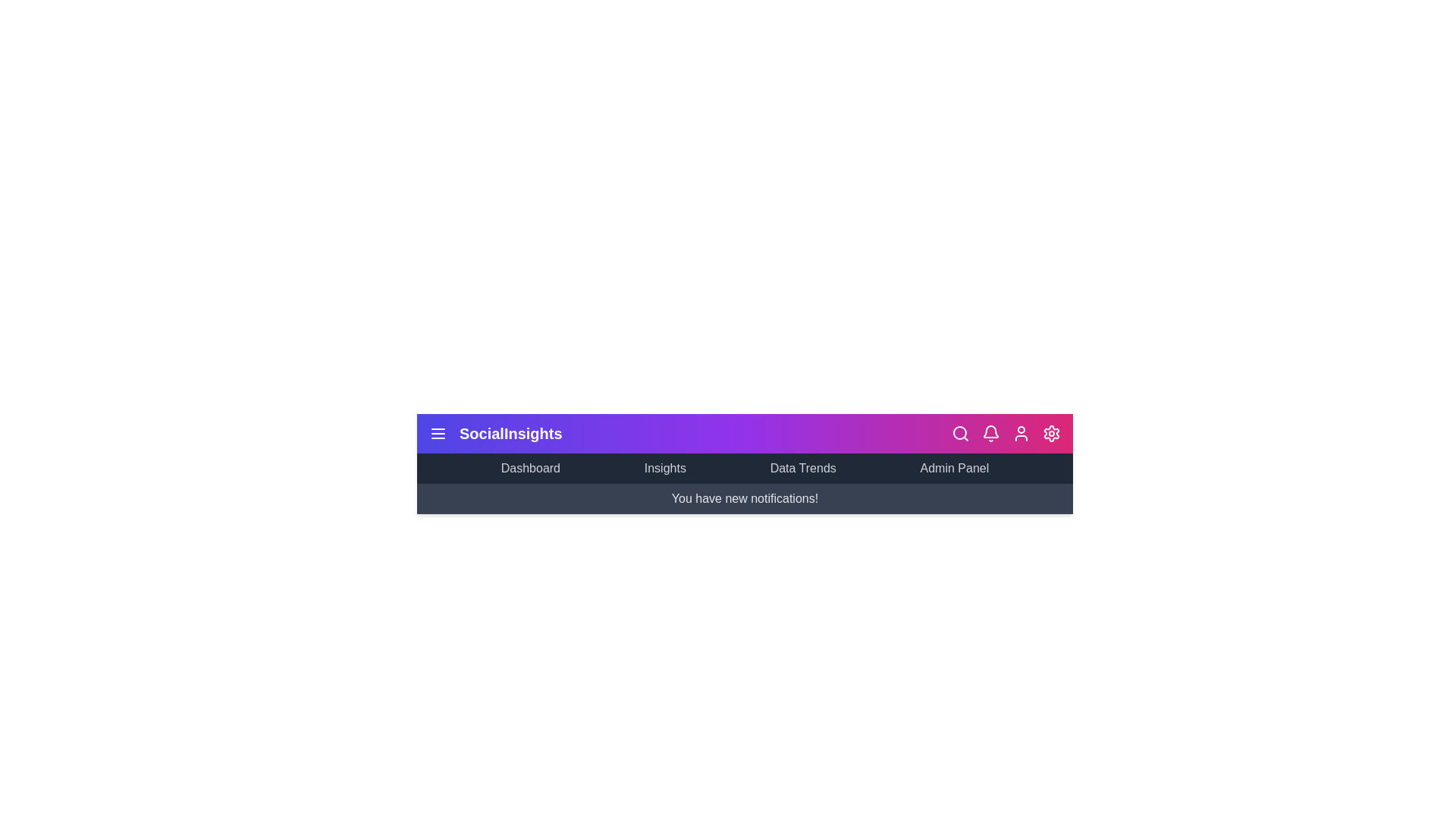 Image resolution: width=1456 pixels, height=819 pixels. I want to click on the 'Settings' icon to open the settings menu, so click(1051, 433).